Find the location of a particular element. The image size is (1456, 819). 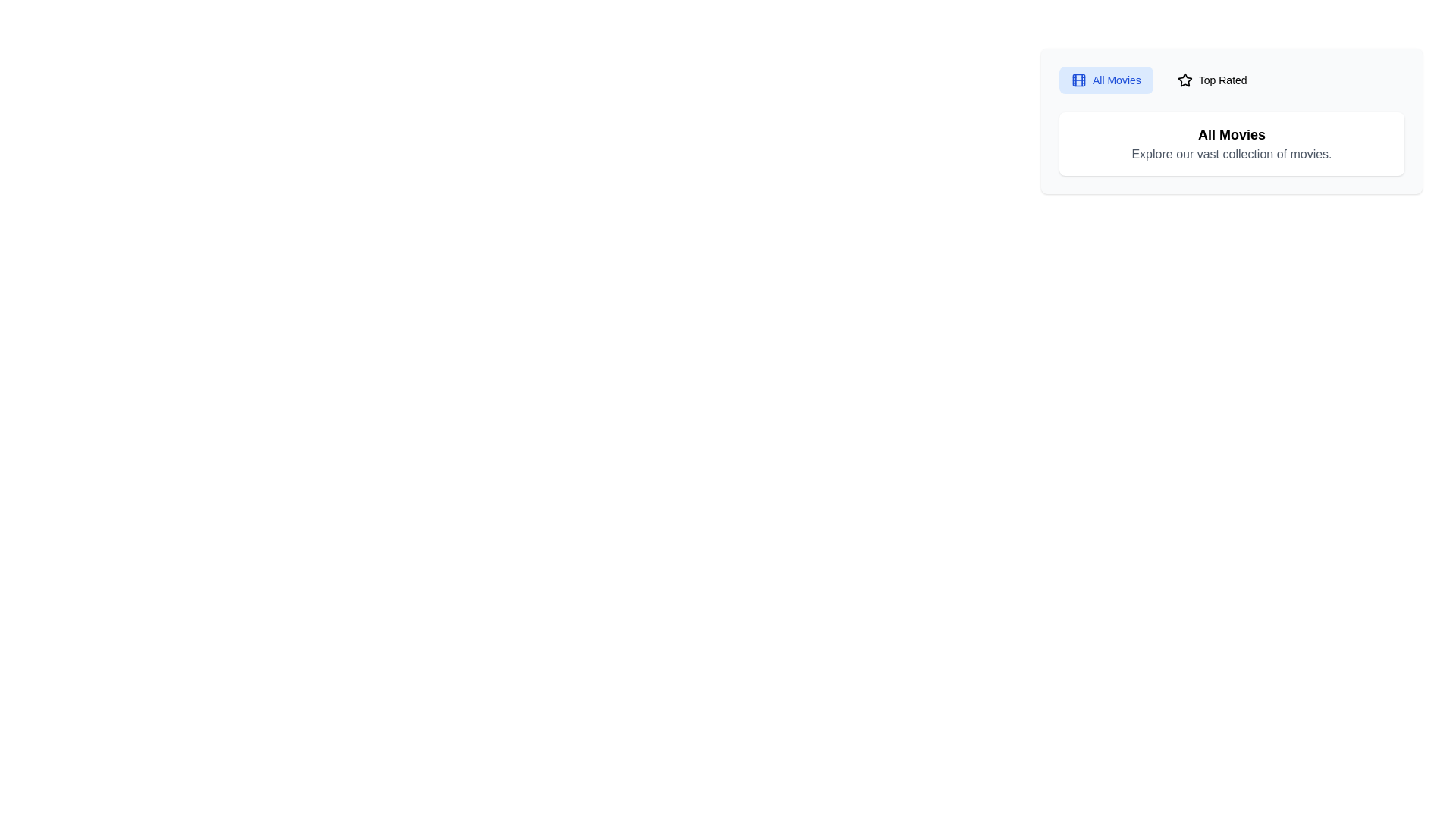

the Top Rated tab is located at coordinates (1211, 80).